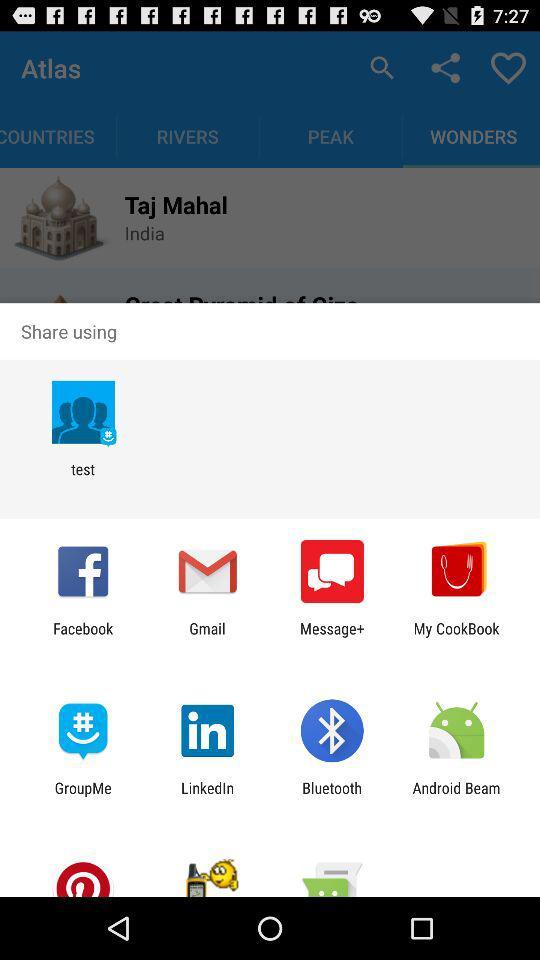 This screenshot has height=960, width=540. I want to click on icon next to the bluetooth icon, so click(456, 796).